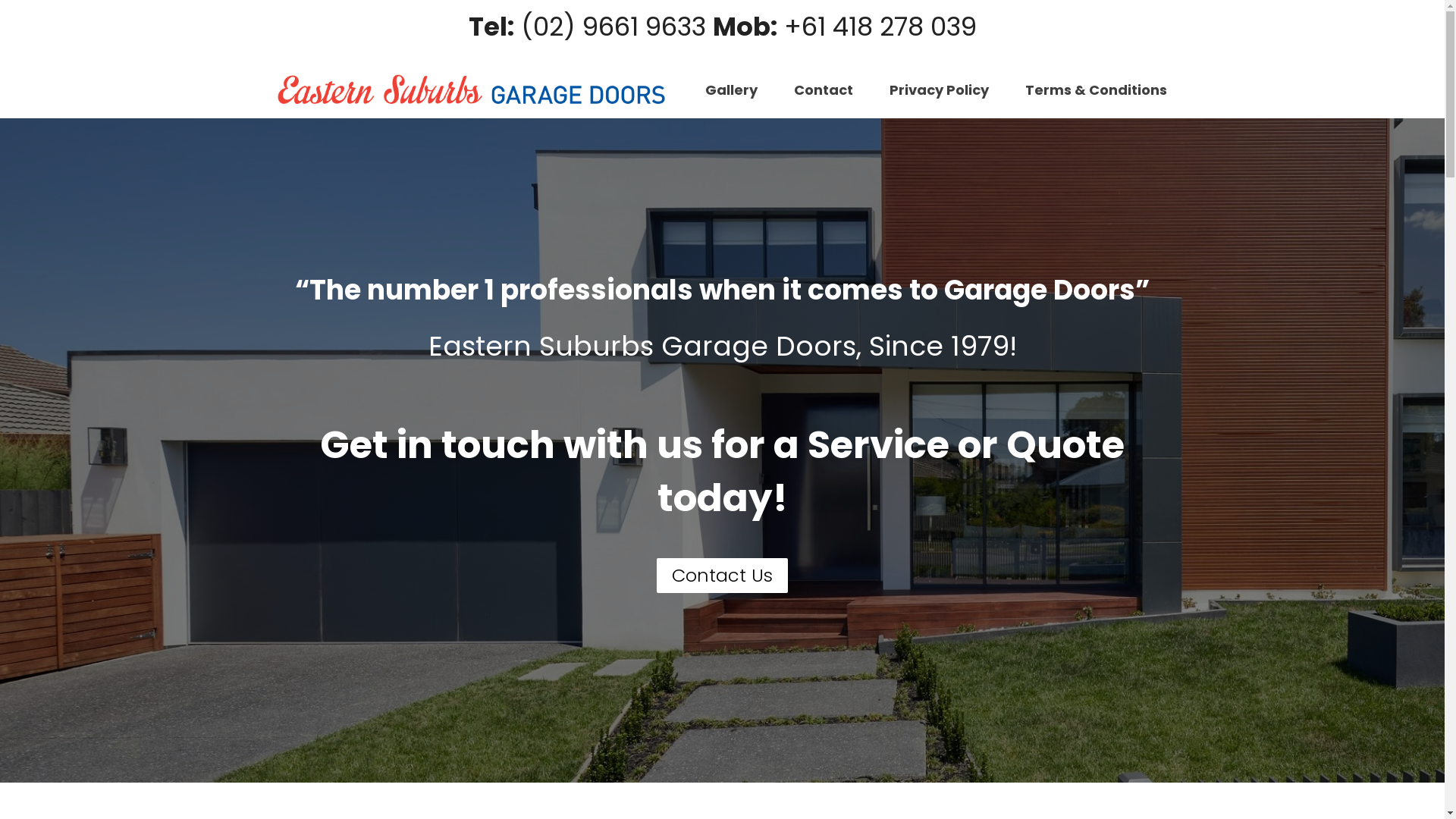 The height and width of the screenshot is (819, 1456). I want to click on 'Terms & Conditions', so click(1096, 89).